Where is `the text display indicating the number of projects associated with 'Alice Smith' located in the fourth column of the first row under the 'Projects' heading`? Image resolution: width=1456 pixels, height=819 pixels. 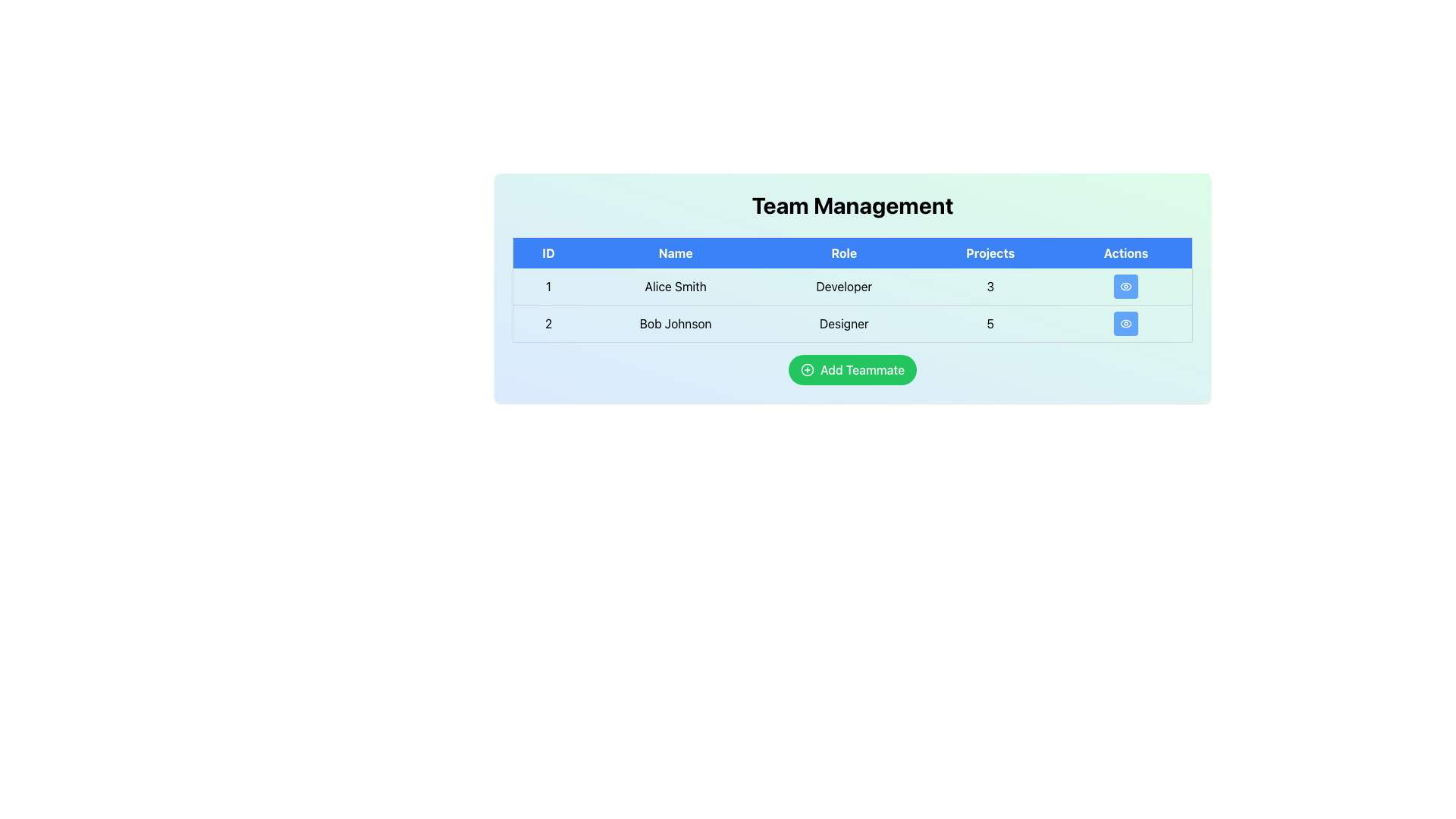 the text display indicating the number of projects associated with 'Alice Smith' located in the fourth column of the first row under the 'Projects' heading is located at coordinates (990, 287).